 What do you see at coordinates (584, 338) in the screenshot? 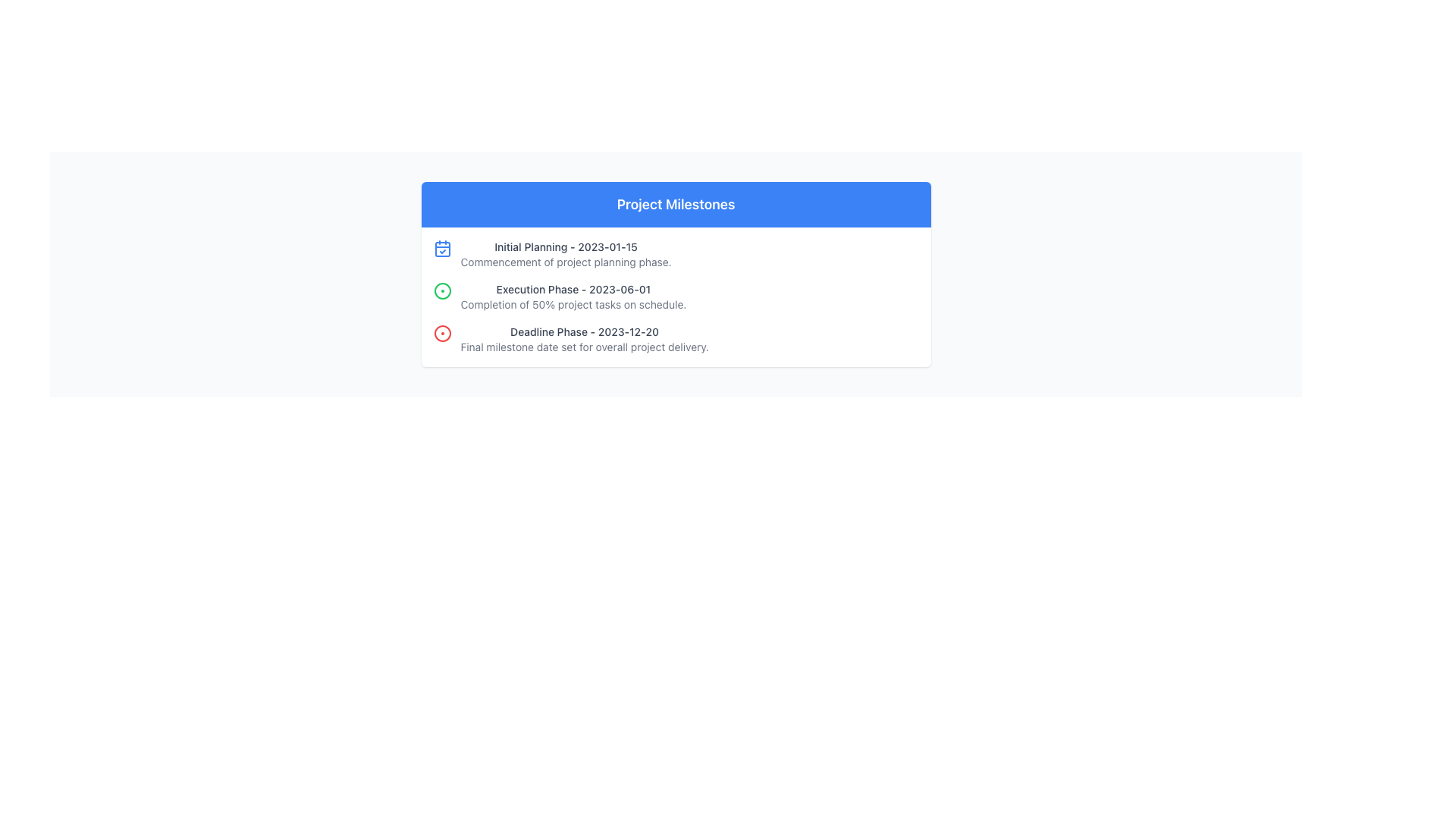
I see `the text display element that shows 'Deadline Phase - 2023-12-20' and 'Final milestone date set for overall project delivery.'` at bounding box center [584, 338].